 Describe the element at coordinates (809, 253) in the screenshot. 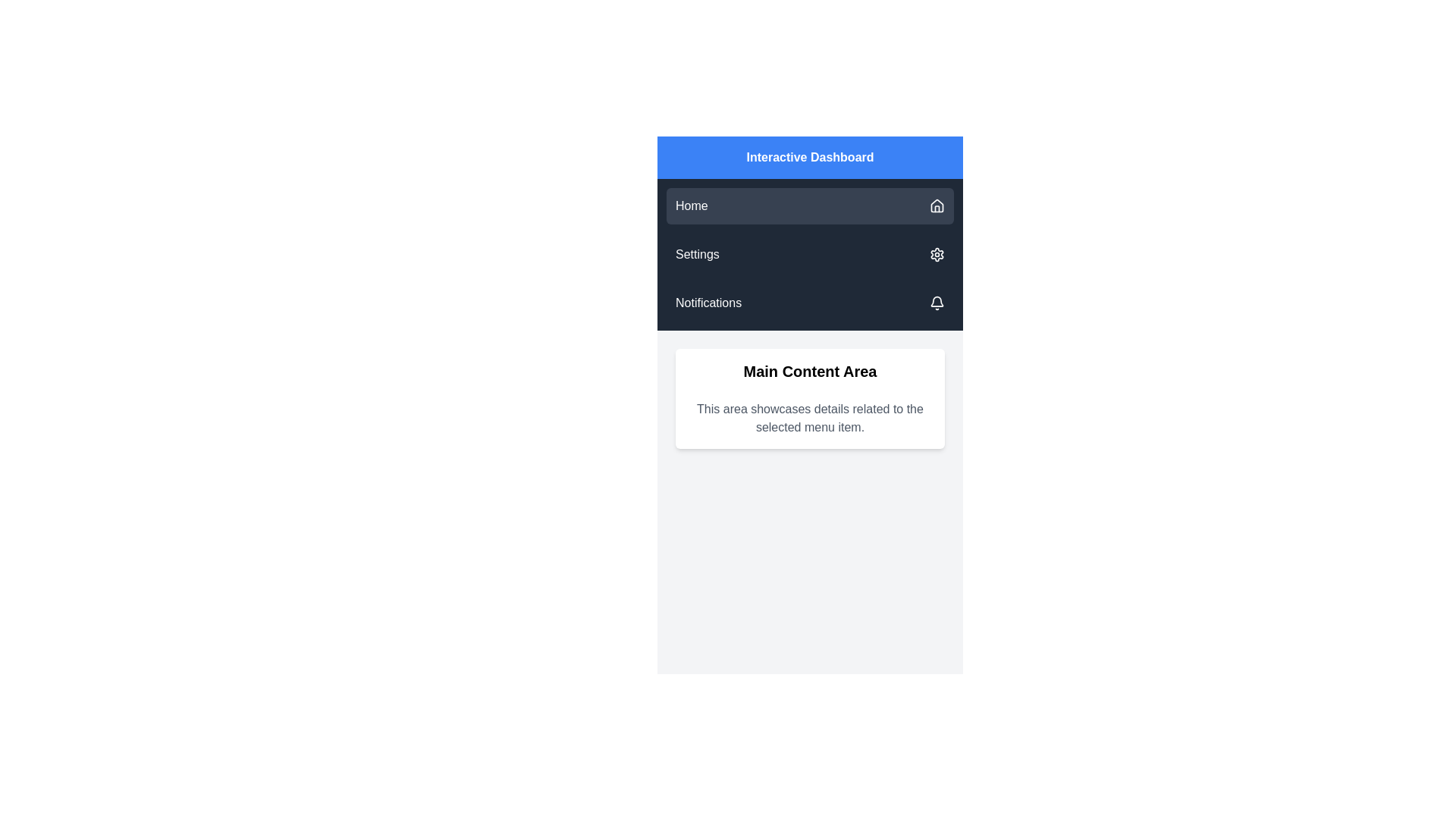

I see `the 'Settings' button in the Navigation menu, which is located below the 'Interactive Dashboard' bar` at that location.